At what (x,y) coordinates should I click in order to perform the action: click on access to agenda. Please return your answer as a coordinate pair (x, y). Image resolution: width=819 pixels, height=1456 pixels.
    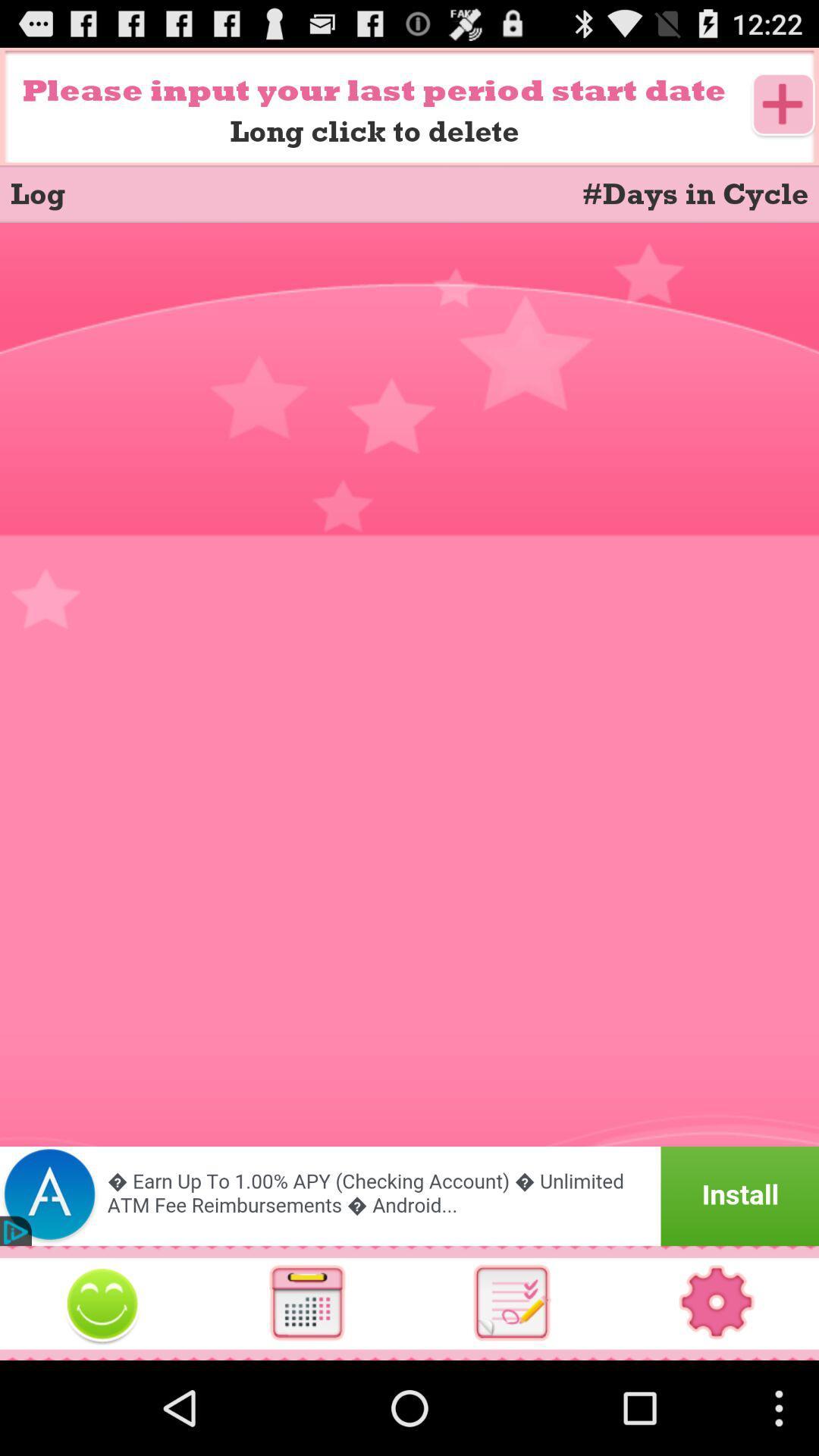
    Looking at the image, I should click on (512, 1302).